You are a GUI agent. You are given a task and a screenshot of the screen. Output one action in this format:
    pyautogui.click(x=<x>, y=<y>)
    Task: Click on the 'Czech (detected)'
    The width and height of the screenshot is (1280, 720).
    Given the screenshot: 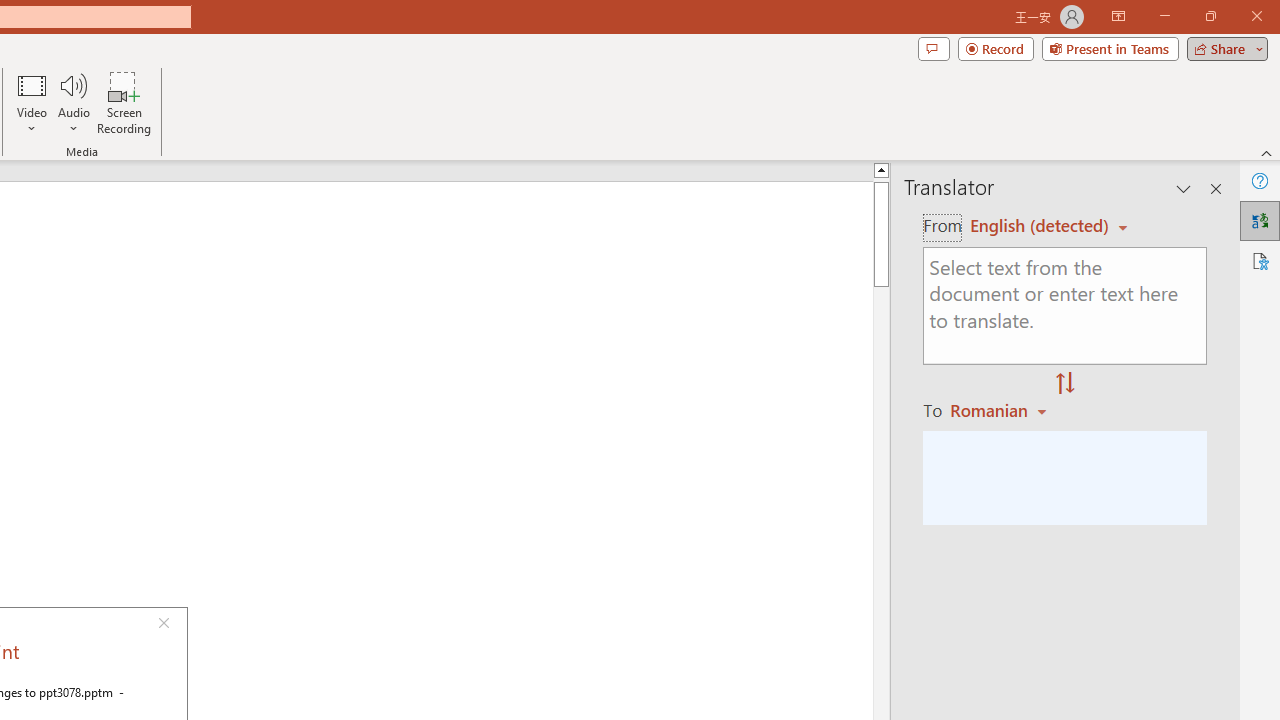 What is the action you would take?
    pyautogui.click(x=1040, y=225)
    